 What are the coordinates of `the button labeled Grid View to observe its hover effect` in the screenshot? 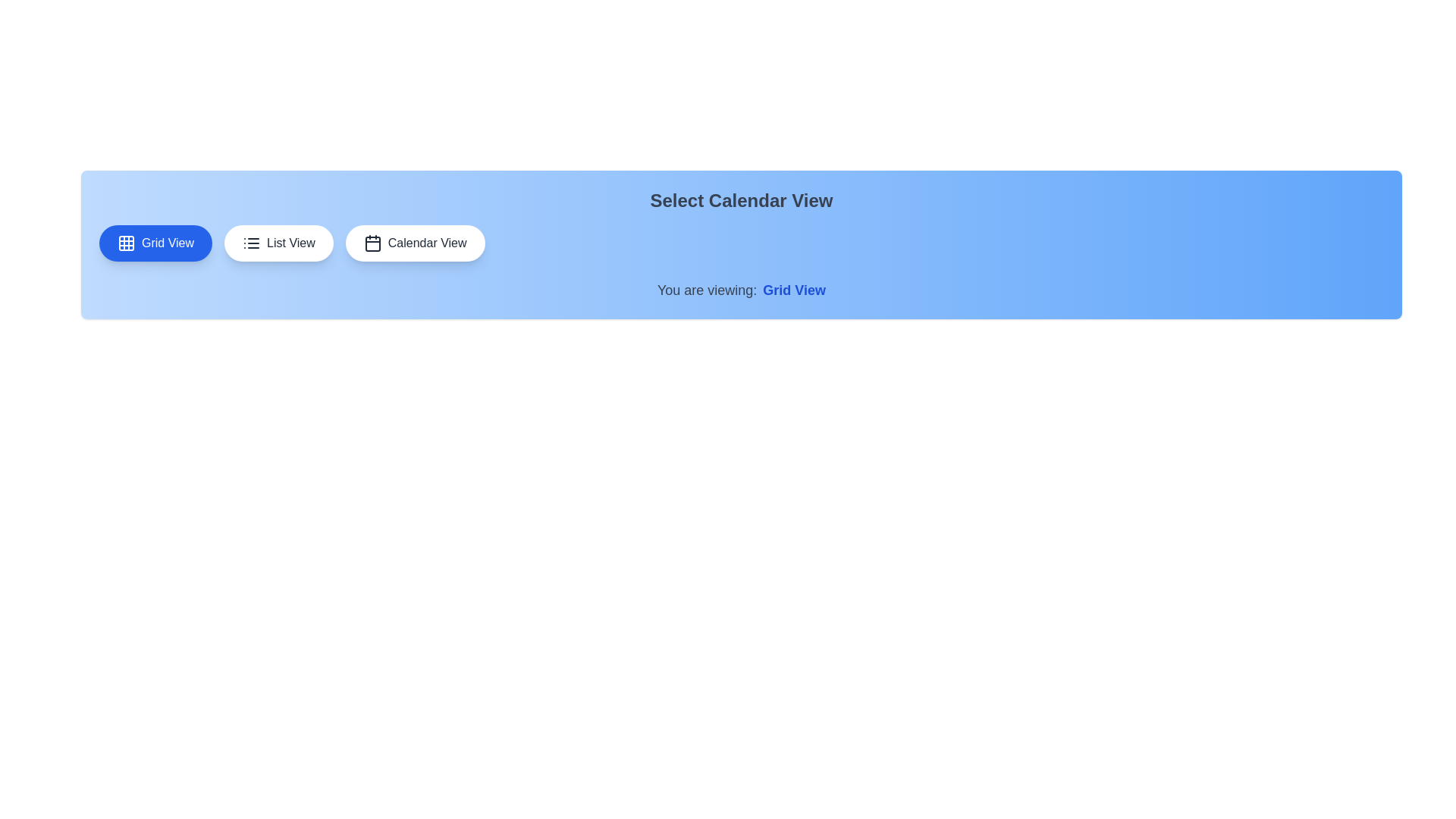 It's located at (155, 242).